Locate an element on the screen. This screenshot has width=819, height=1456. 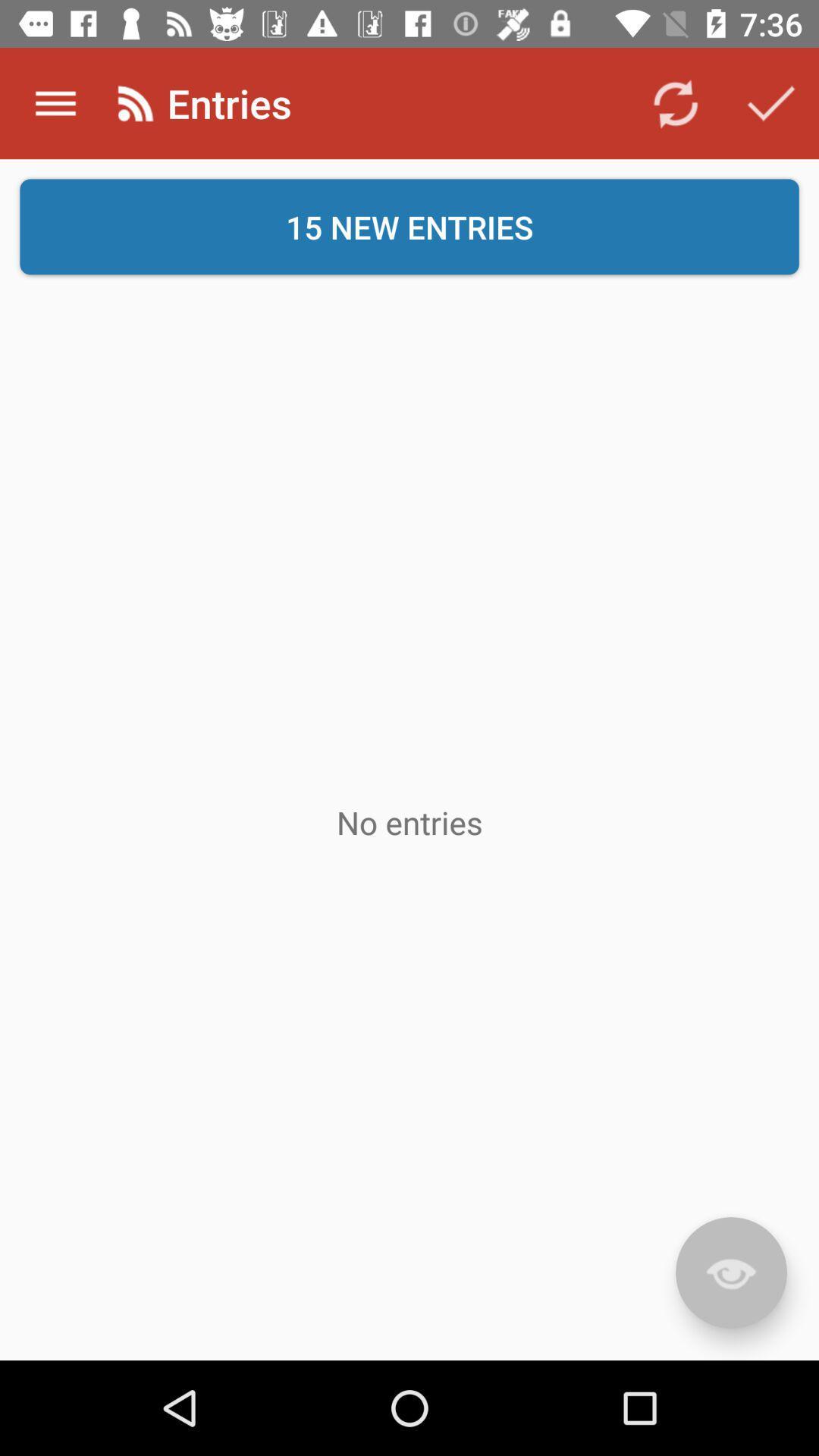
no entries is located at coordinates (409, 821).